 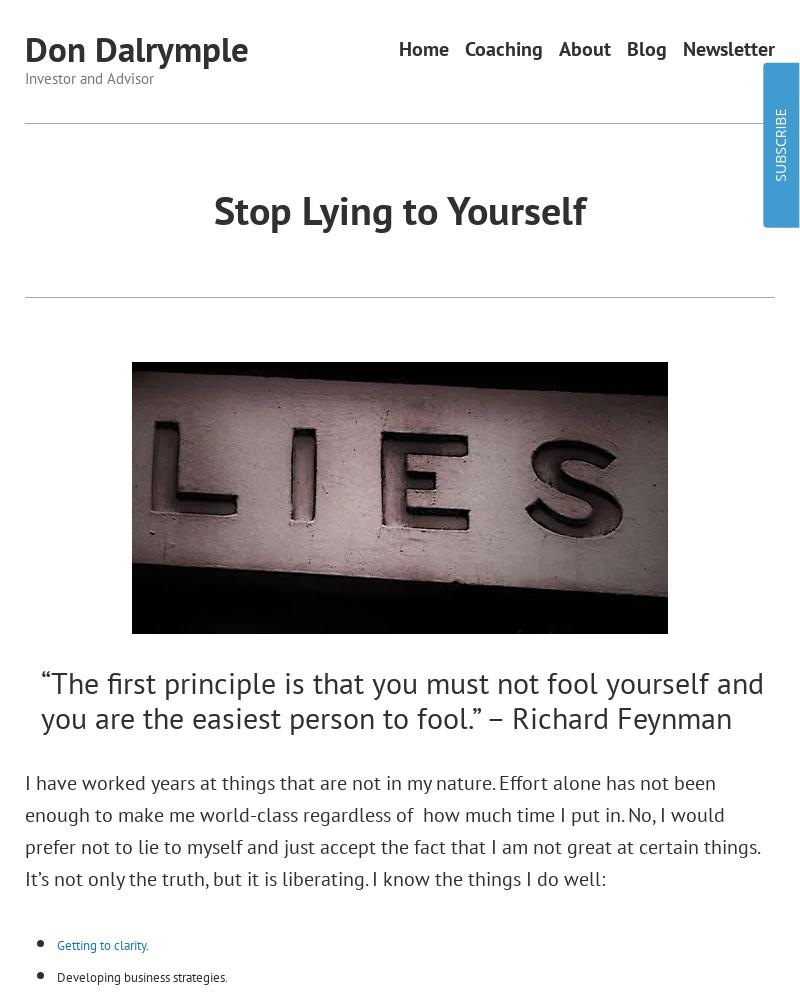 What do you see at coordinates (24, 49) in the screenshot?
I see `'Don Dalrymple'` at bounding box center [24, 49].